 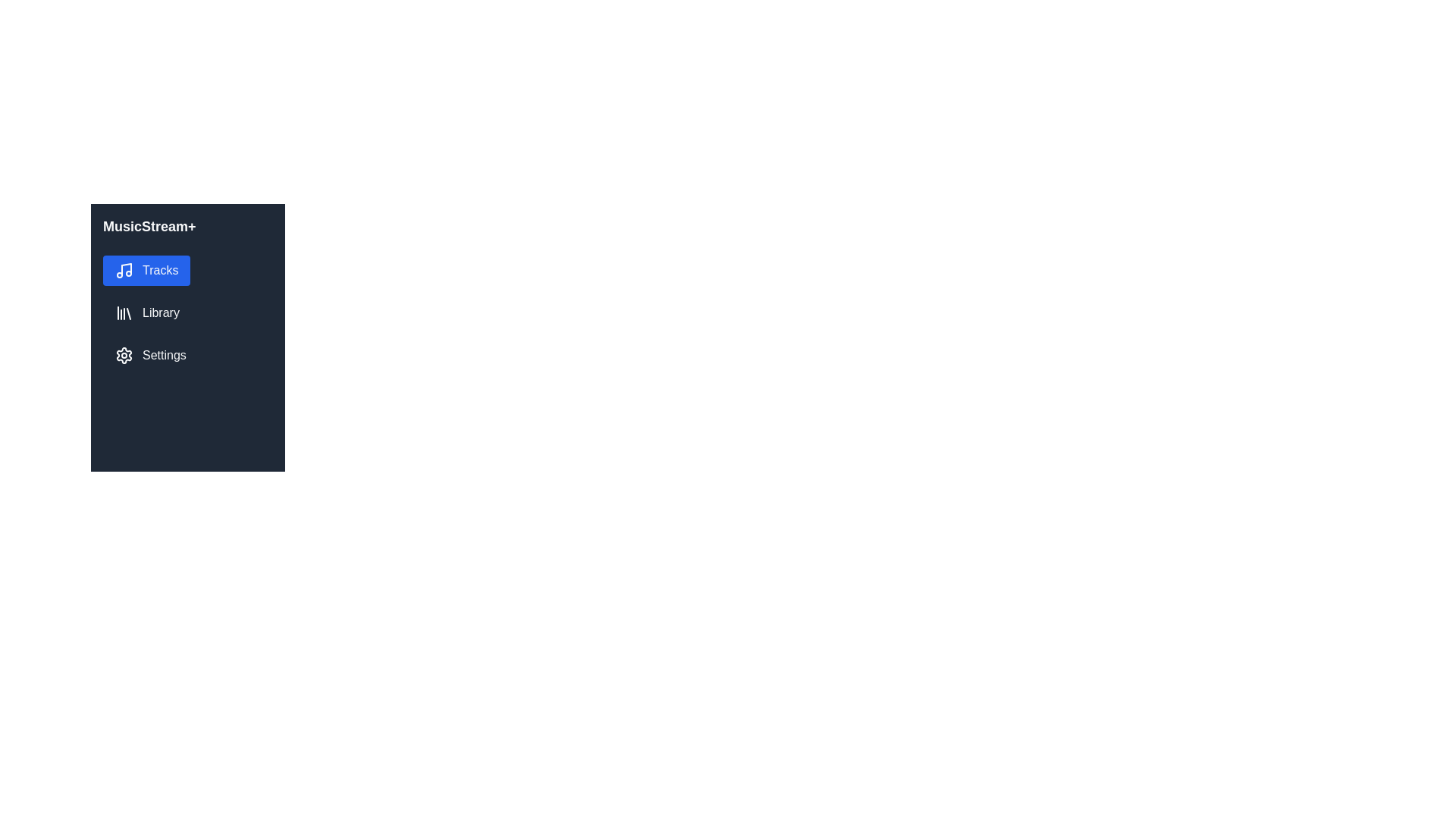 I want to click on the musical note icon, which is styled in a minimalistic design and is white on a blue background, located next to the text 'Tracks' in the vertical navigation menu, so click(x=124, y=270).